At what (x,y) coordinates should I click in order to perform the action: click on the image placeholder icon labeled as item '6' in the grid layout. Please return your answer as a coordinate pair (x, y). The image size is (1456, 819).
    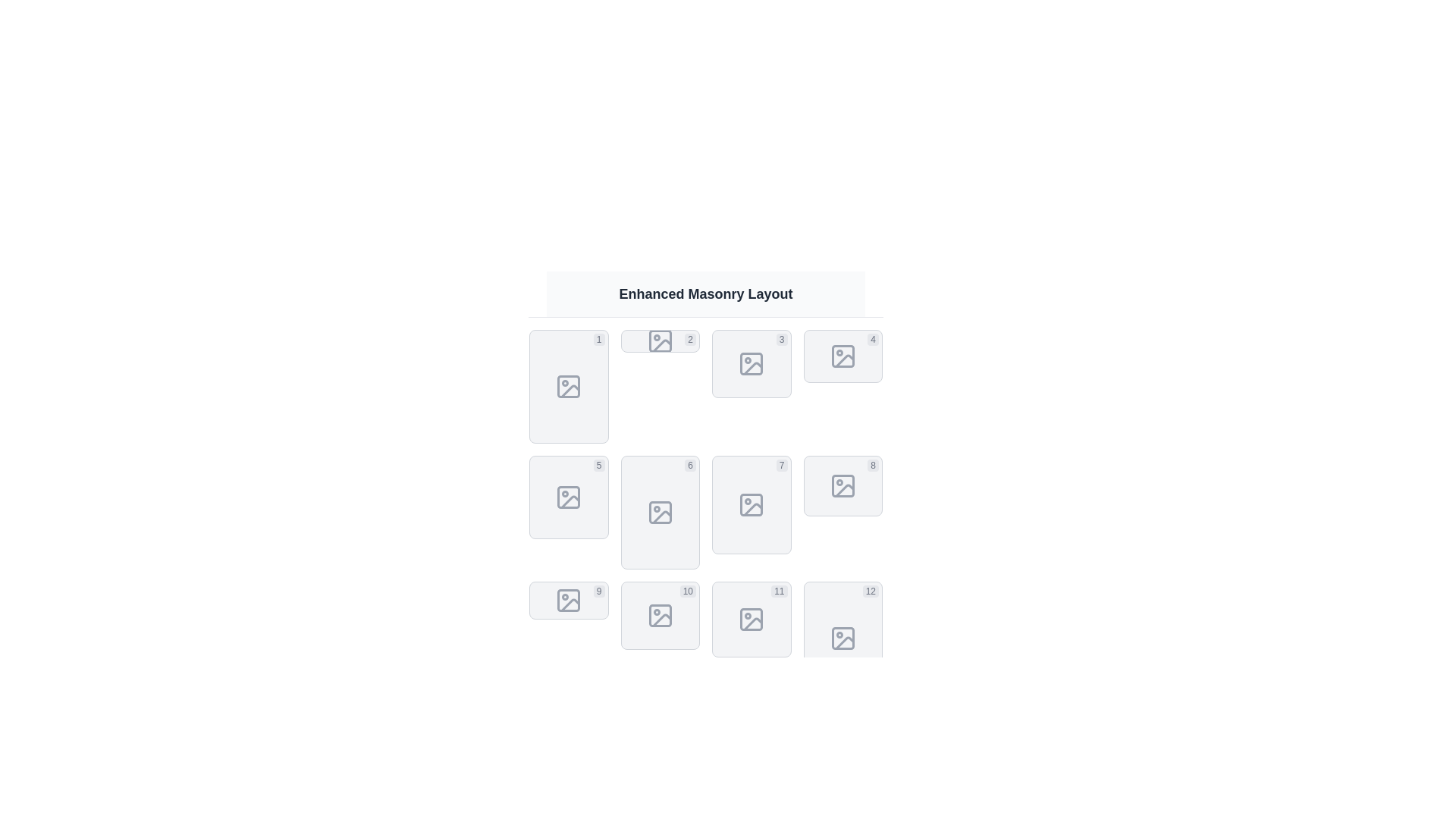
    Looking at the image, I should click on (660, 512).